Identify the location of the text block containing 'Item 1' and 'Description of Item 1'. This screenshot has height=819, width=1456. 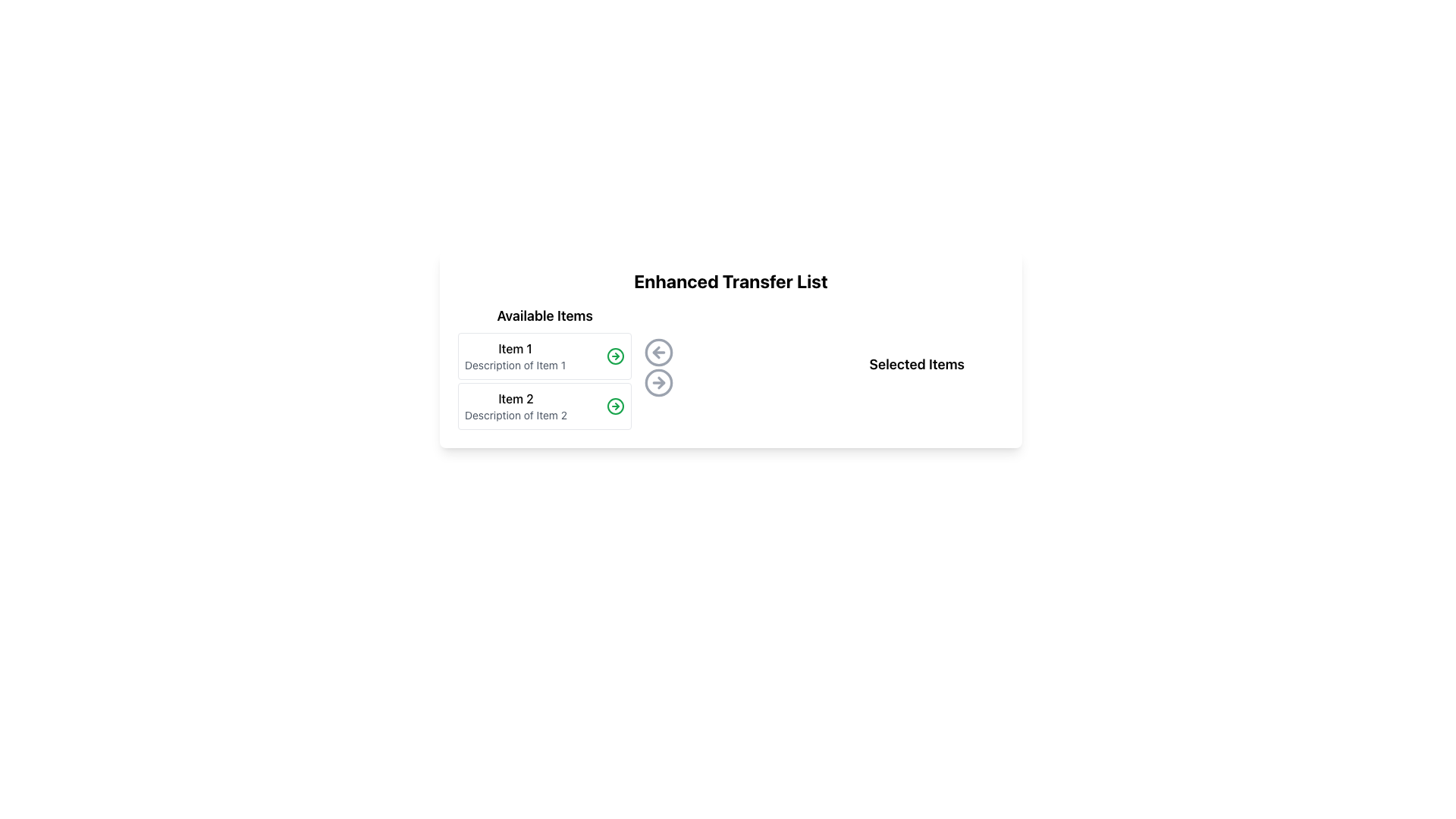
(515, 356).